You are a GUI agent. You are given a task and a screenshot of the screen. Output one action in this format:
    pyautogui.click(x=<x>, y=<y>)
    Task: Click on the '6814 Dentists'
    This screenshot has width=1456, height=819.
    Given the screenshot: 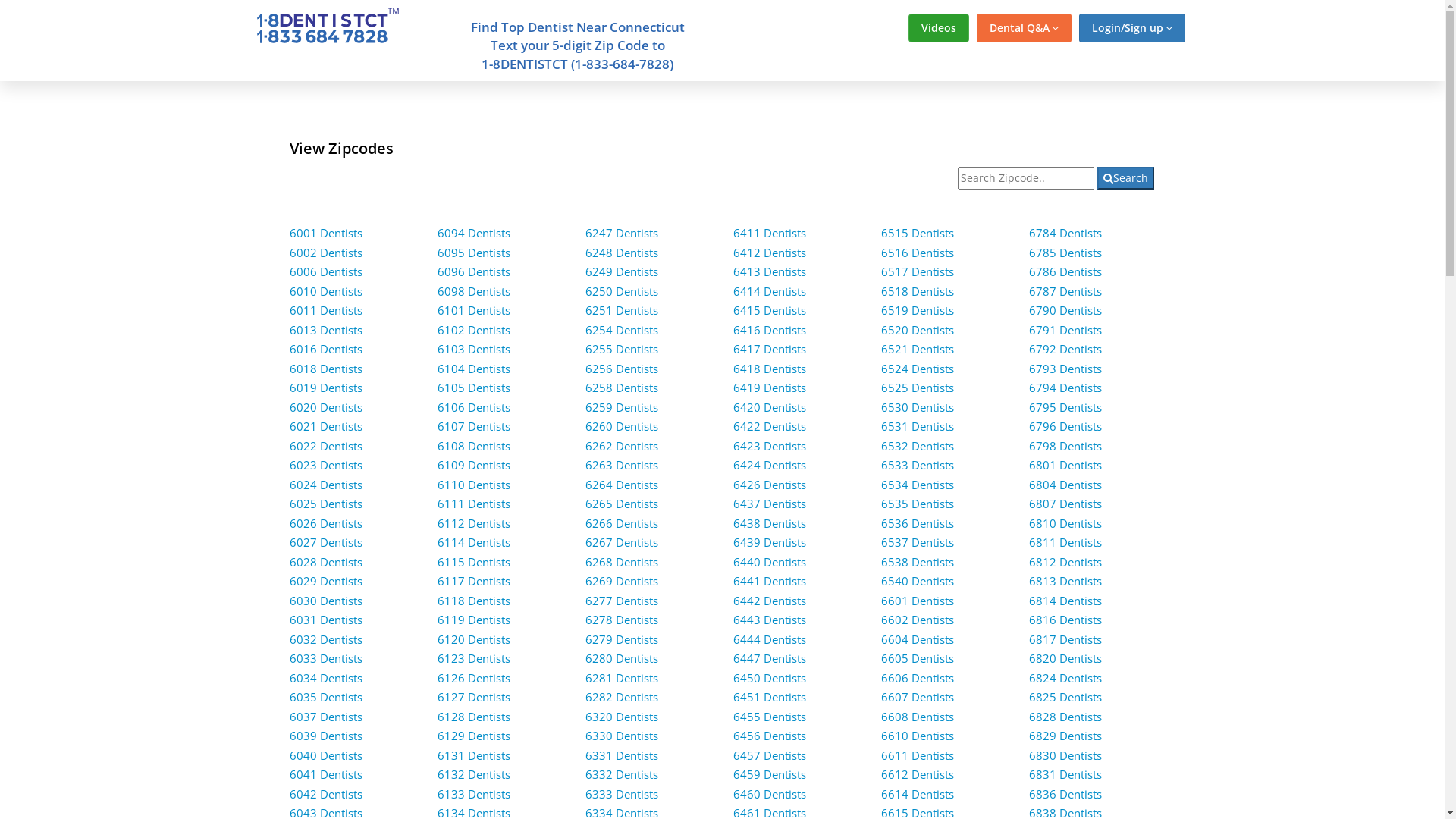 What is the action you would take?
    pyautogui.click(x=1065, y=599)
    